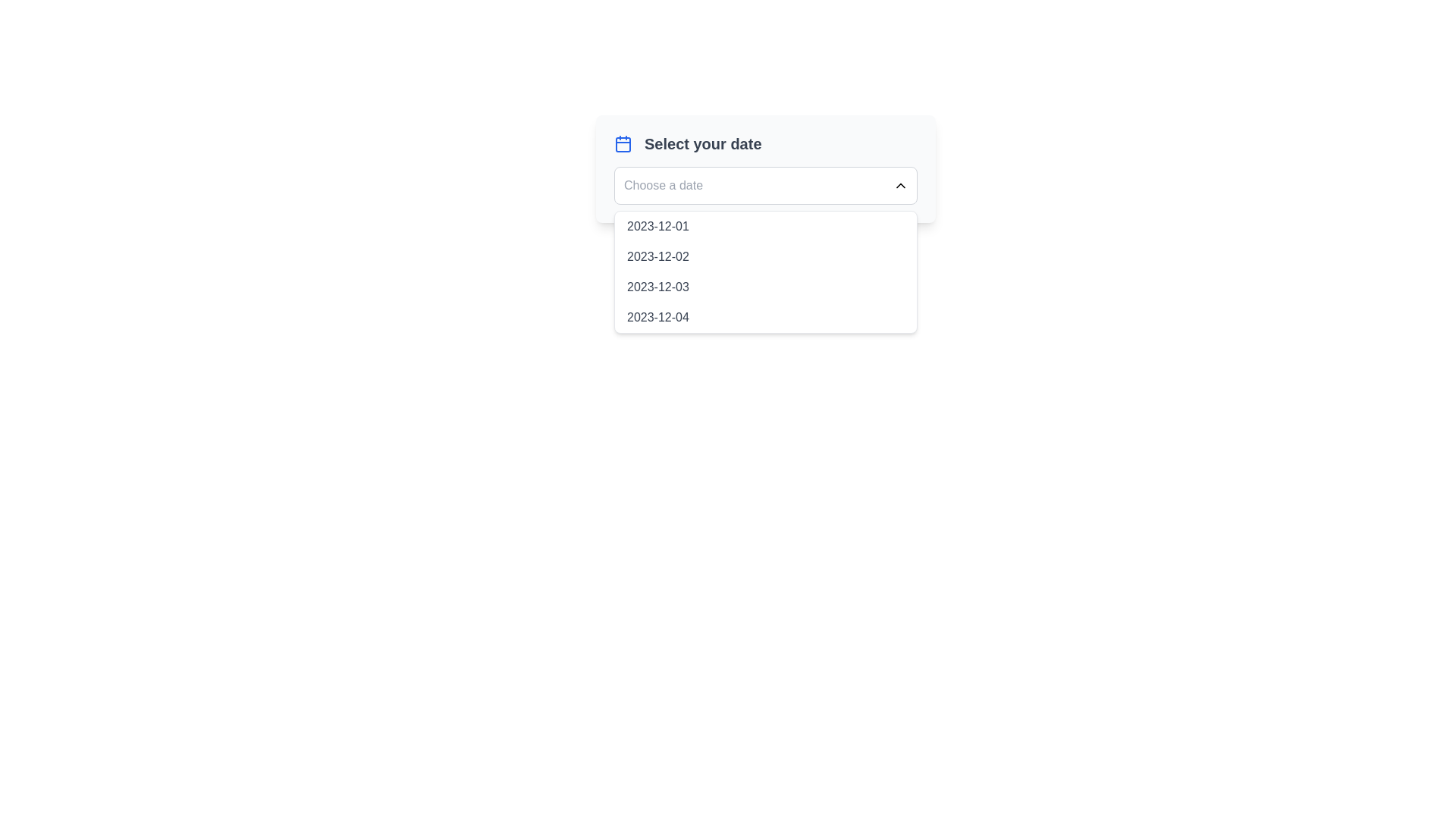  What do you see at coordinates (765, 227) in the screenshot?
I see `the first selectable date option in the dropdown menu beneath the 'Choose a date' selector` at bounding box center [765, 227].